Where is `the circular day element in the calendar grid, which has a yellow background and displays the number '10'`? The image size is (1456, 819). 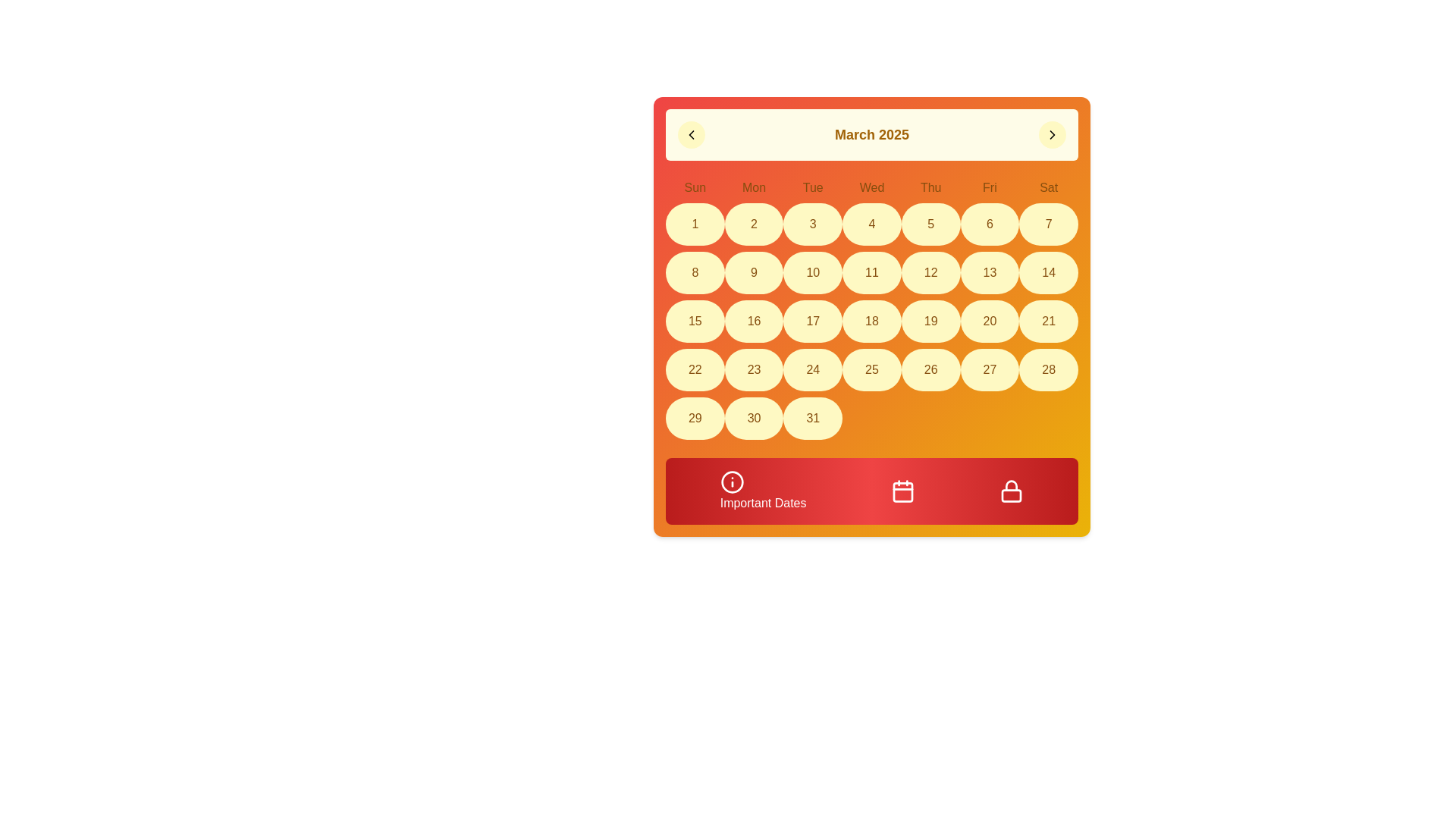
the circular day element in the calendar grid, which has a yellow background and displays the number '10' is located at coordinates (812, 271).